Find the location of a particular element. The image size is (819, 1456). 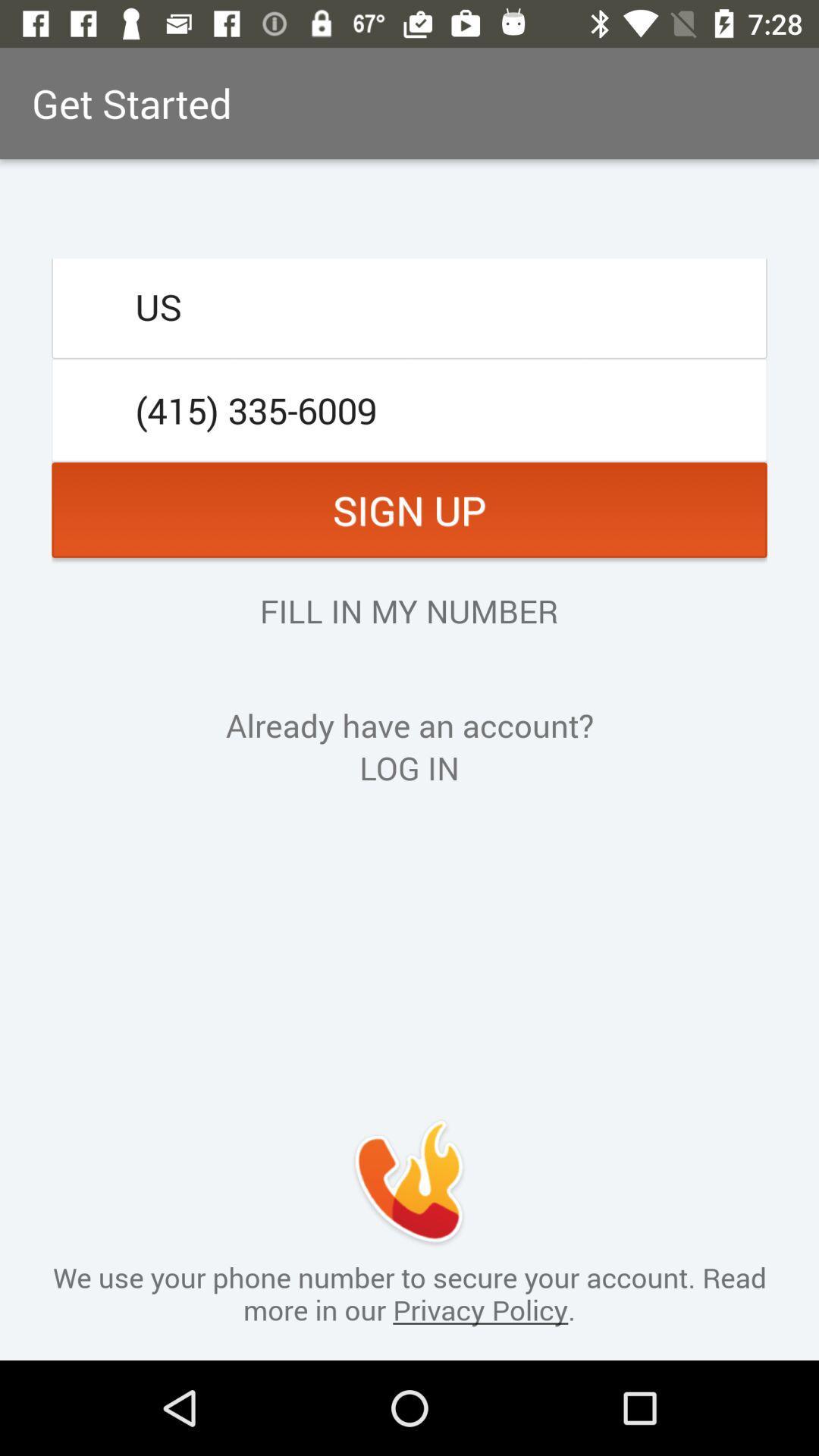

icon above (415) 335-6009 item is located at coordinates (409, 306).